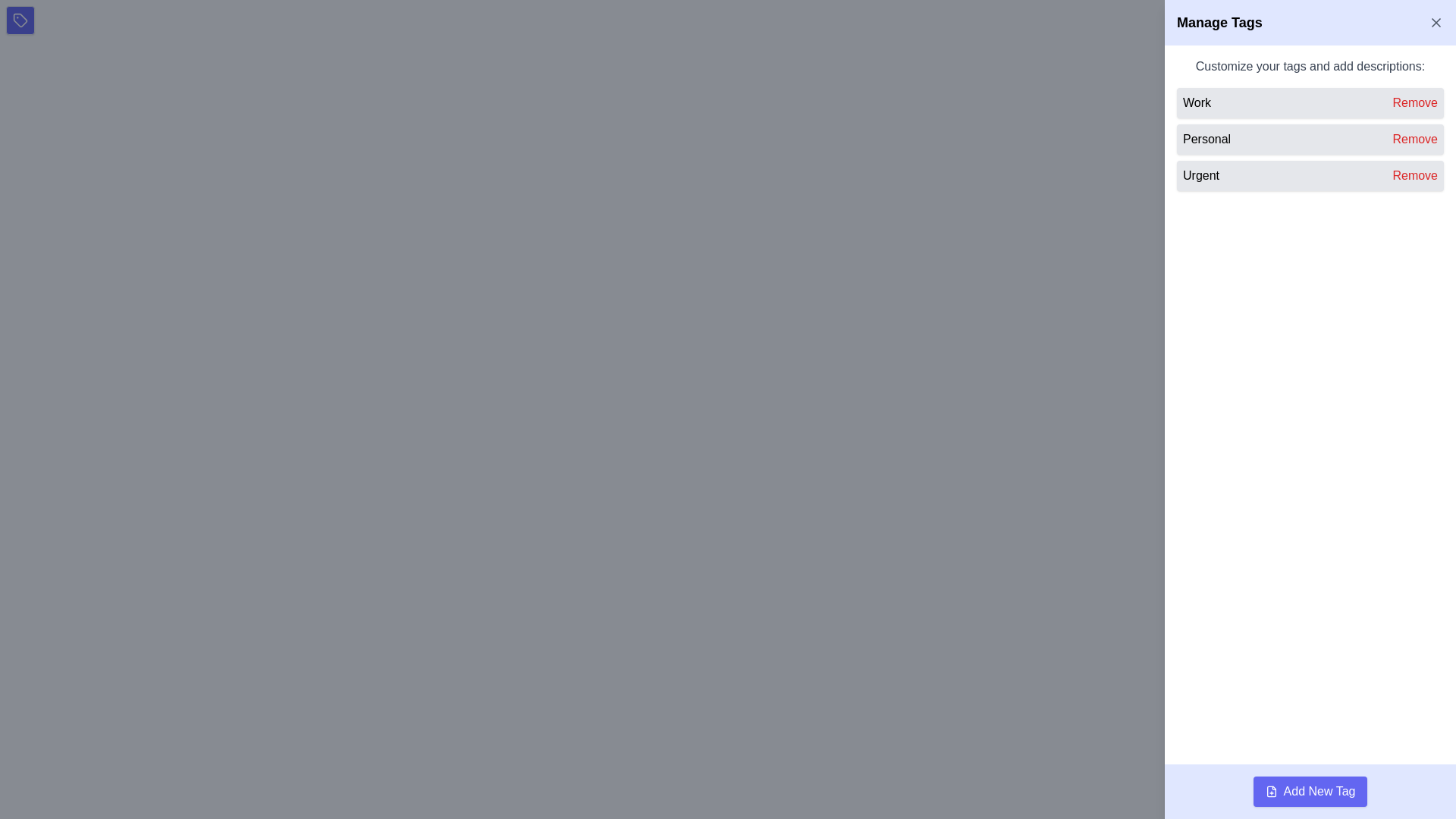 Image resolution: width=1456 pixels, height=819 pixels. Describe the element at coordinates (1271, 791) in the screenshot. I see `the 'Add New Tag' button by clicking the icon resembling a document with a plus symbol to trigger the associated action` at that location.